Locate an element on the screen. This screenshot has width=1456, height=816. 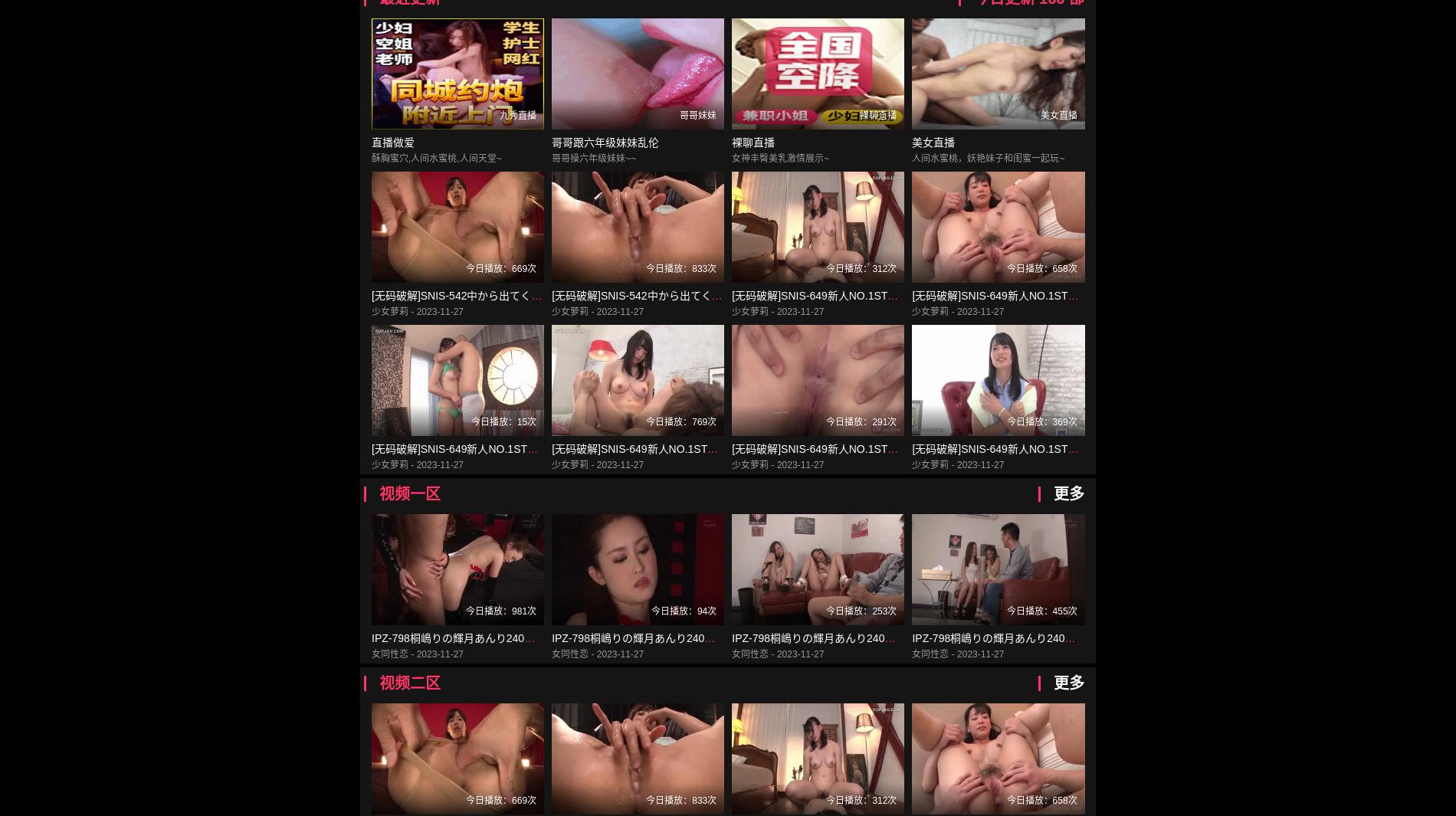
'今日播放：94次' is located at coordinates (683, 611).